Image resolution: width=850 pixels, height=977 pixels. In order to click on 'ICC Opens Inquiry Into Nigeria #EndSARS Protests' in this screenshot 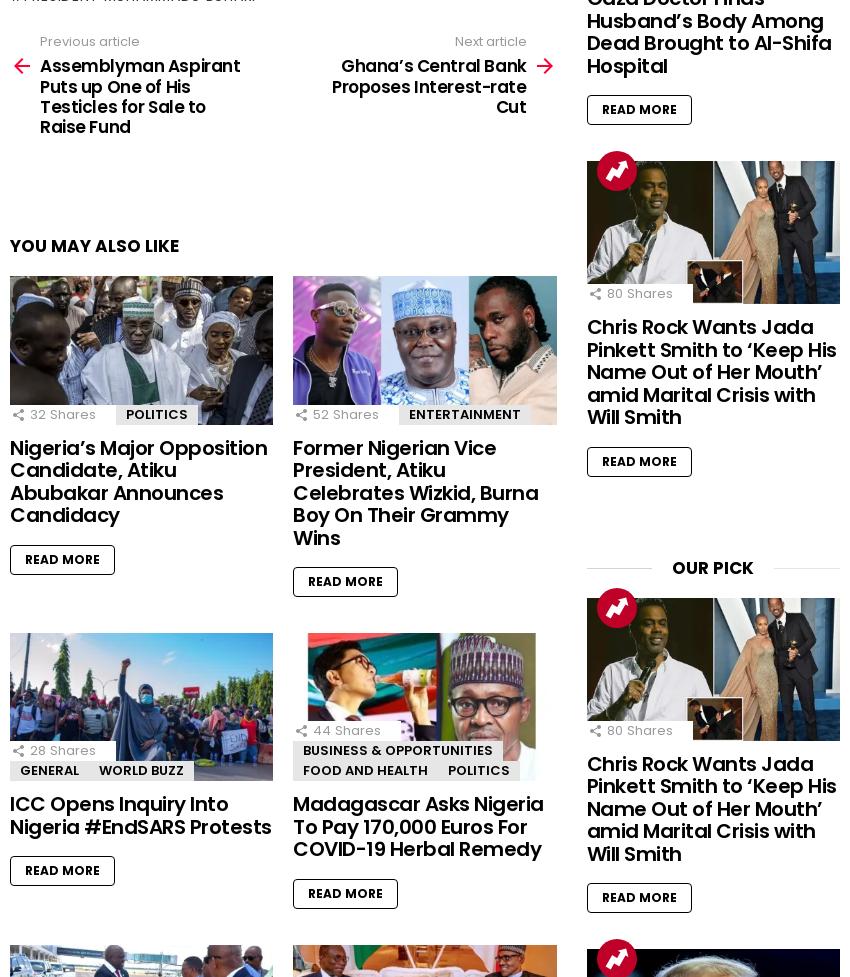, I will do `click(140, 814)`.